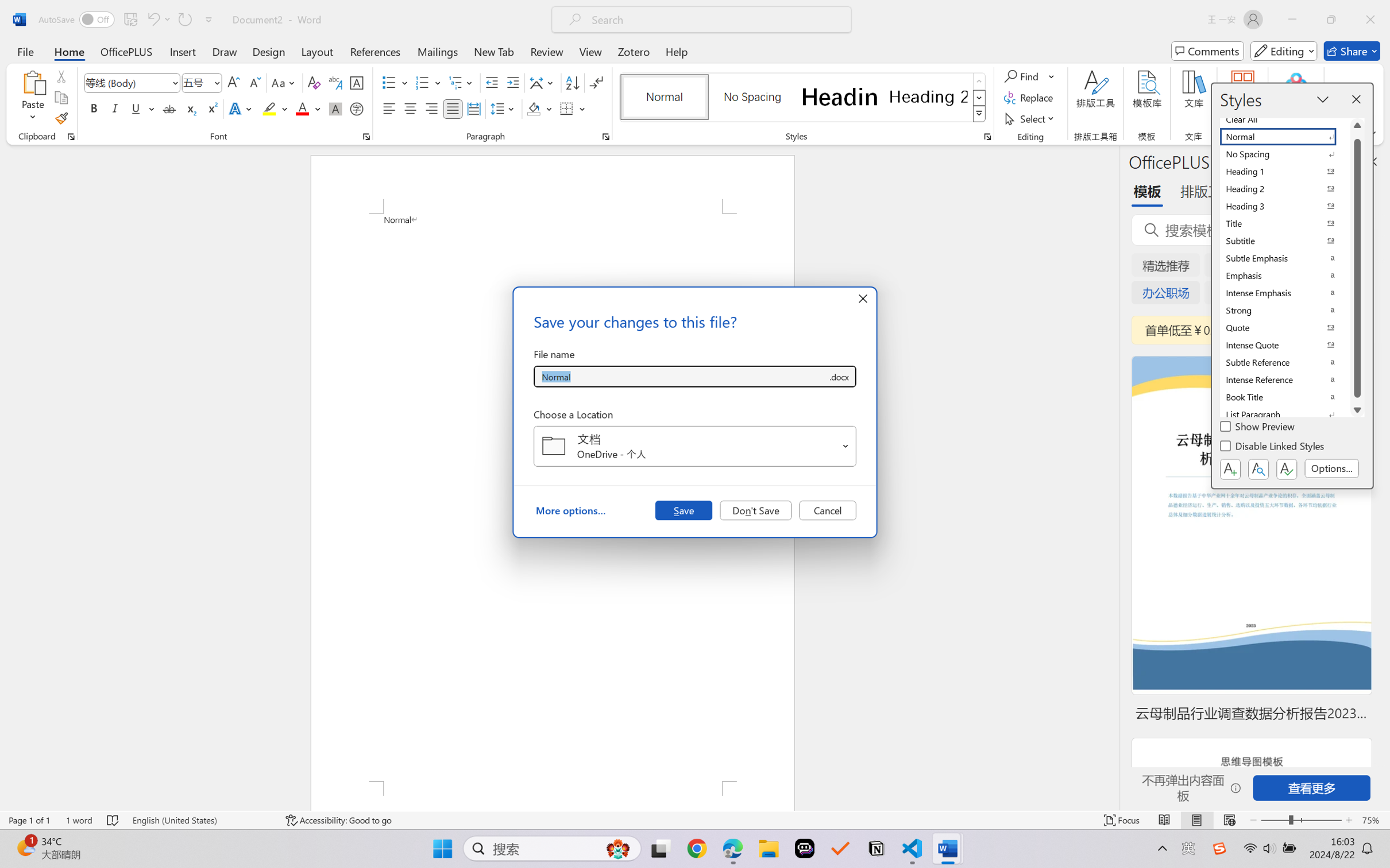  Describe the element at coordinates (410, 108) in the screenshot. I see `'Center'` at that location.